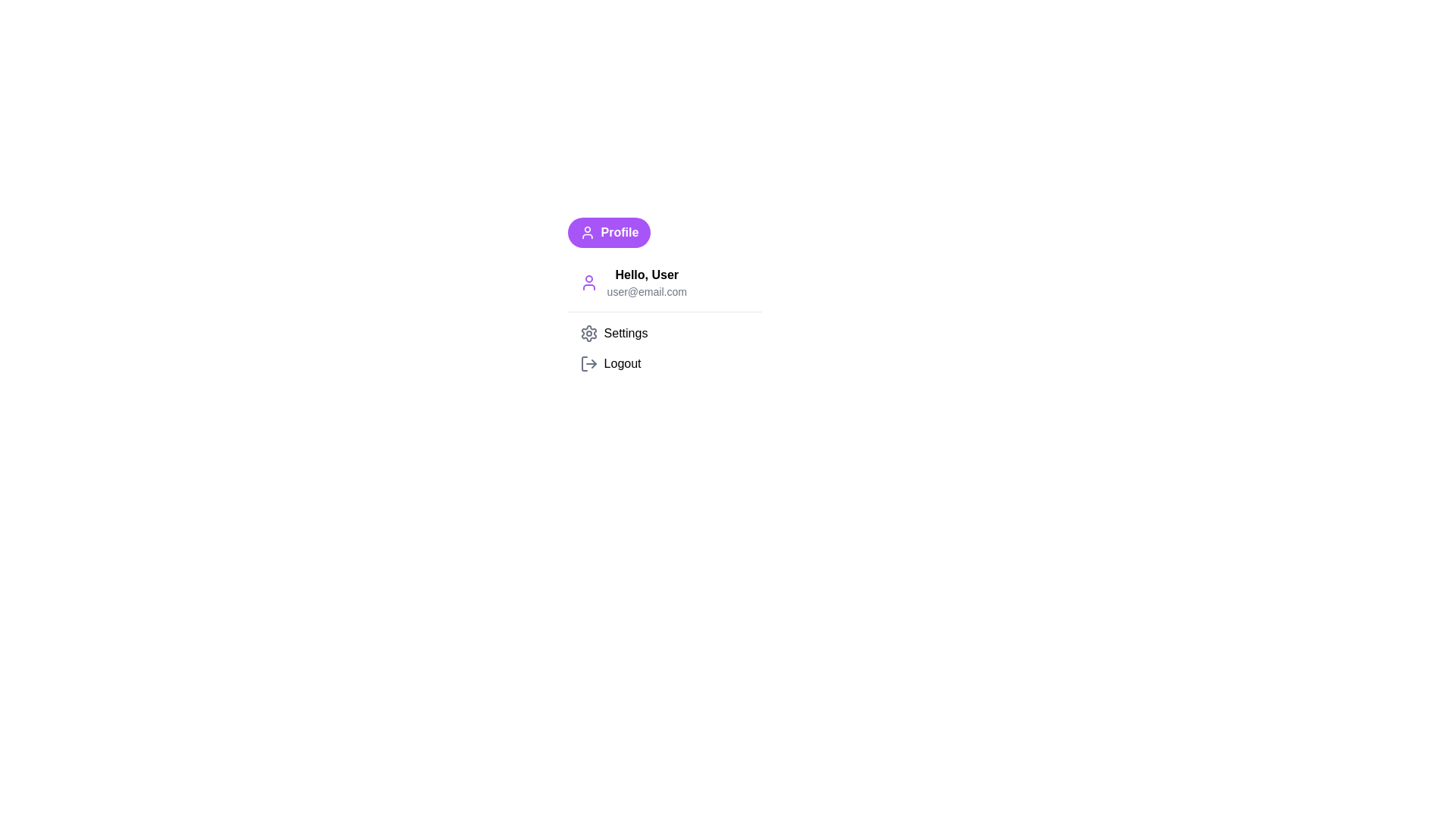  Describe the element at coordinates (608, 233) in the screenshot. I see `the Profile button to toggle the dropdown menu` at that location.